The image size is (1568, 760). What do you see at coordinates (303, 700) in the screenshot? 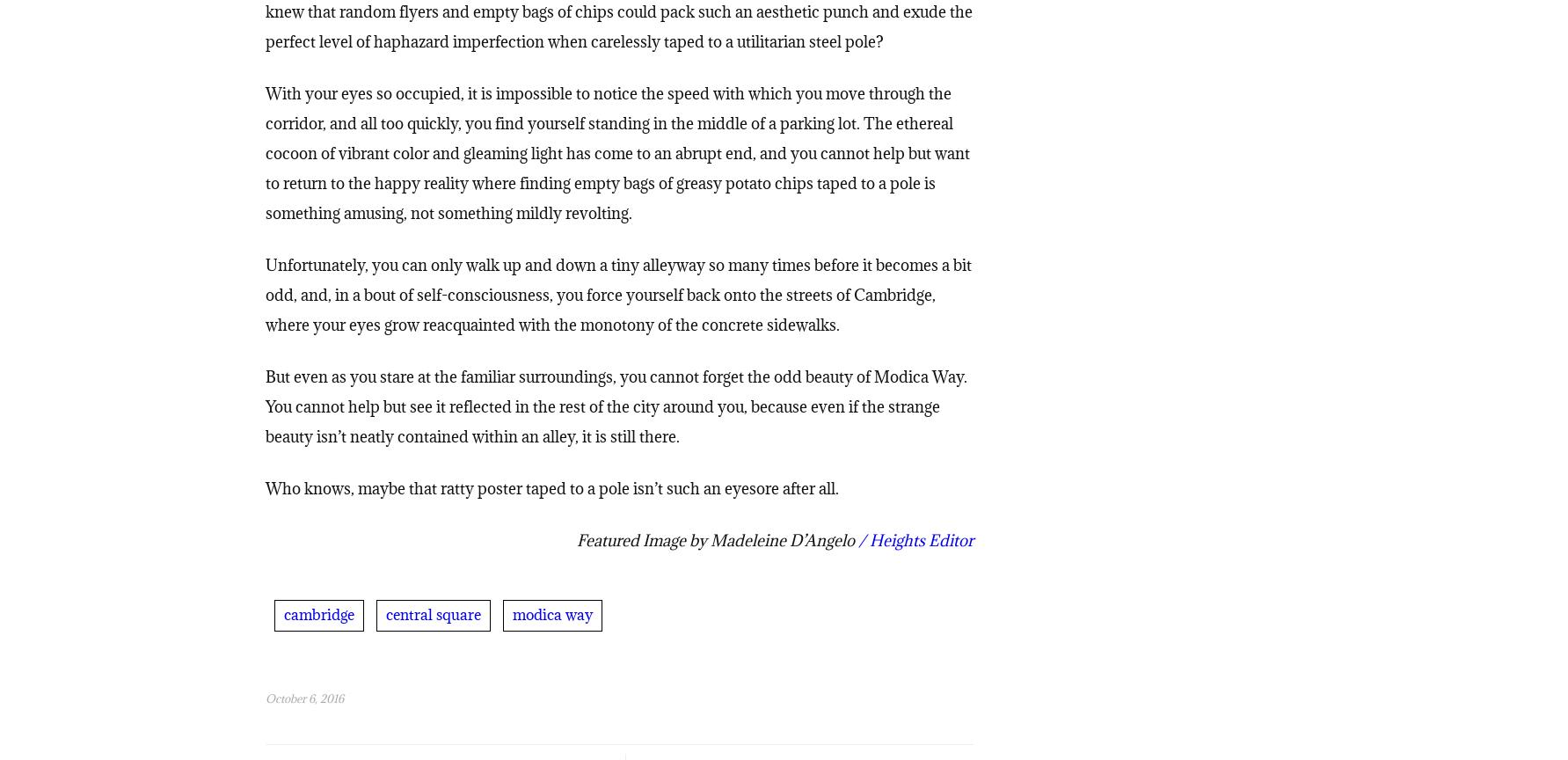
I see `'October 6, 2016'` at bounding box center [303, 700].